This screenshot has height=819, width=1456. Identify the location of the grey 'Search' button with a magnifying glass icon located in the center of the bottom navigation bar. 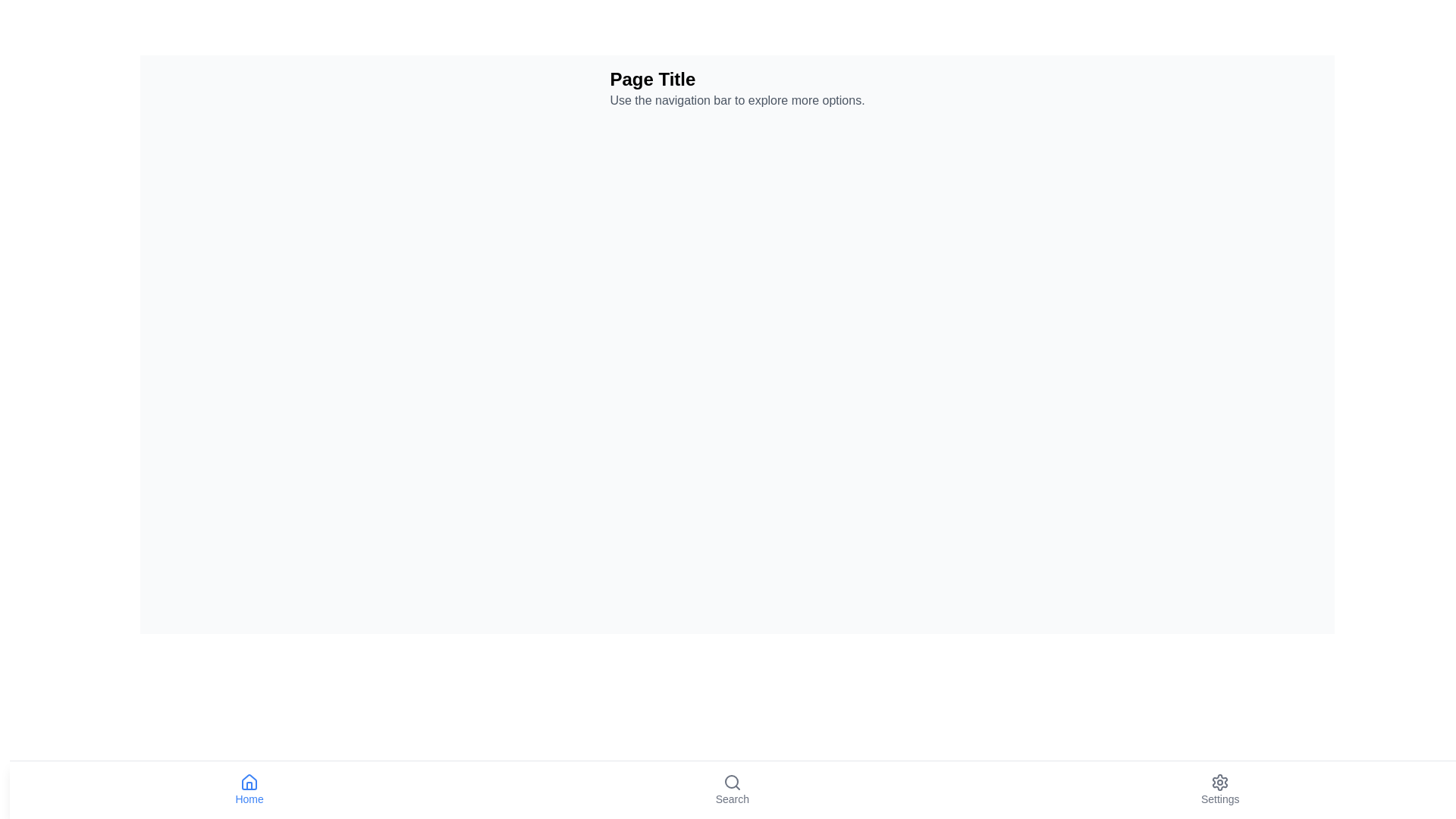
(732, 789).